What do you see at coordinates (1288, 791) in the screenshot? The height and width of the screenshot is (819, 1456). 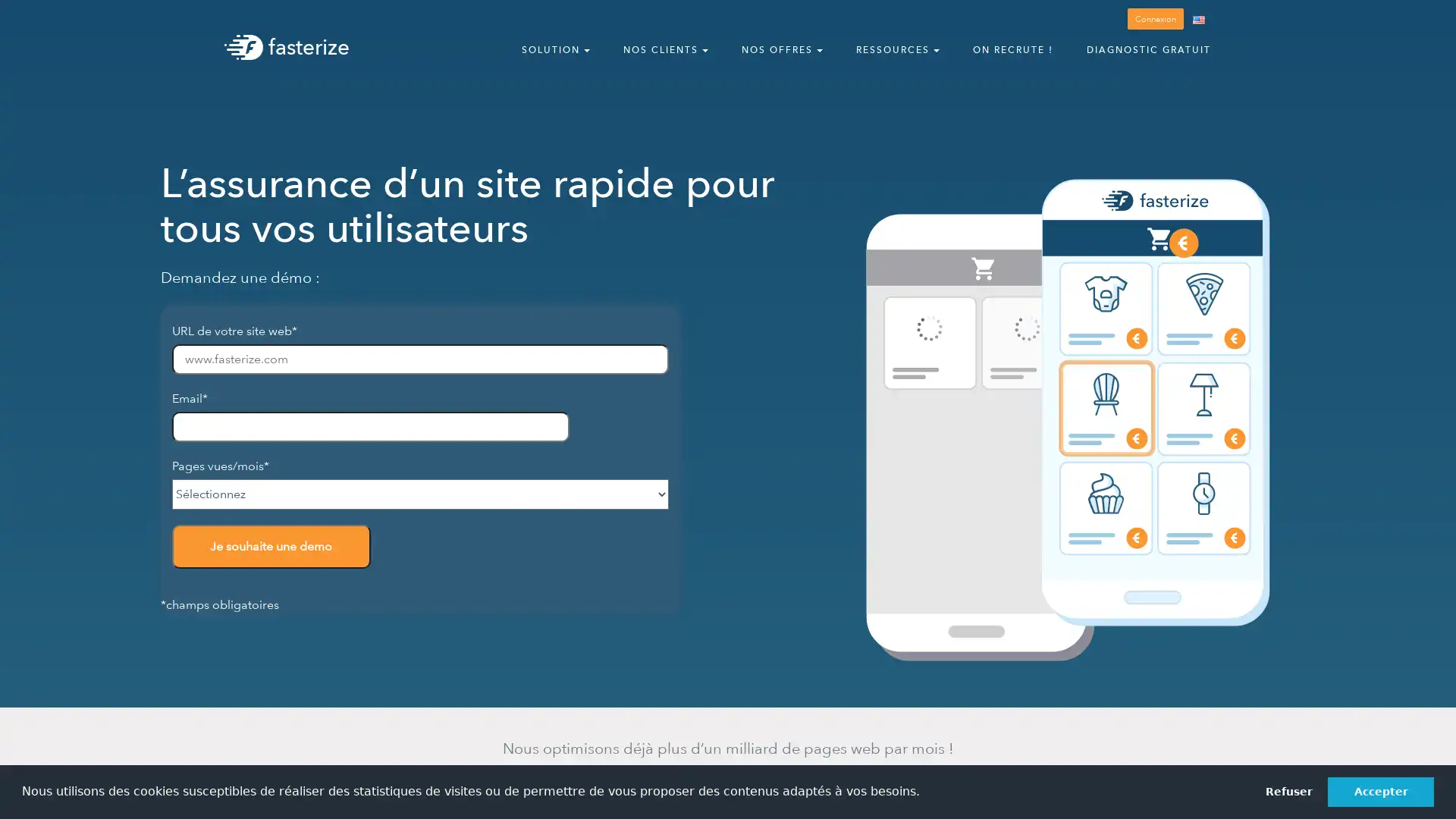 I see `dismiss cookie message` at bounding box center [1288, 791].